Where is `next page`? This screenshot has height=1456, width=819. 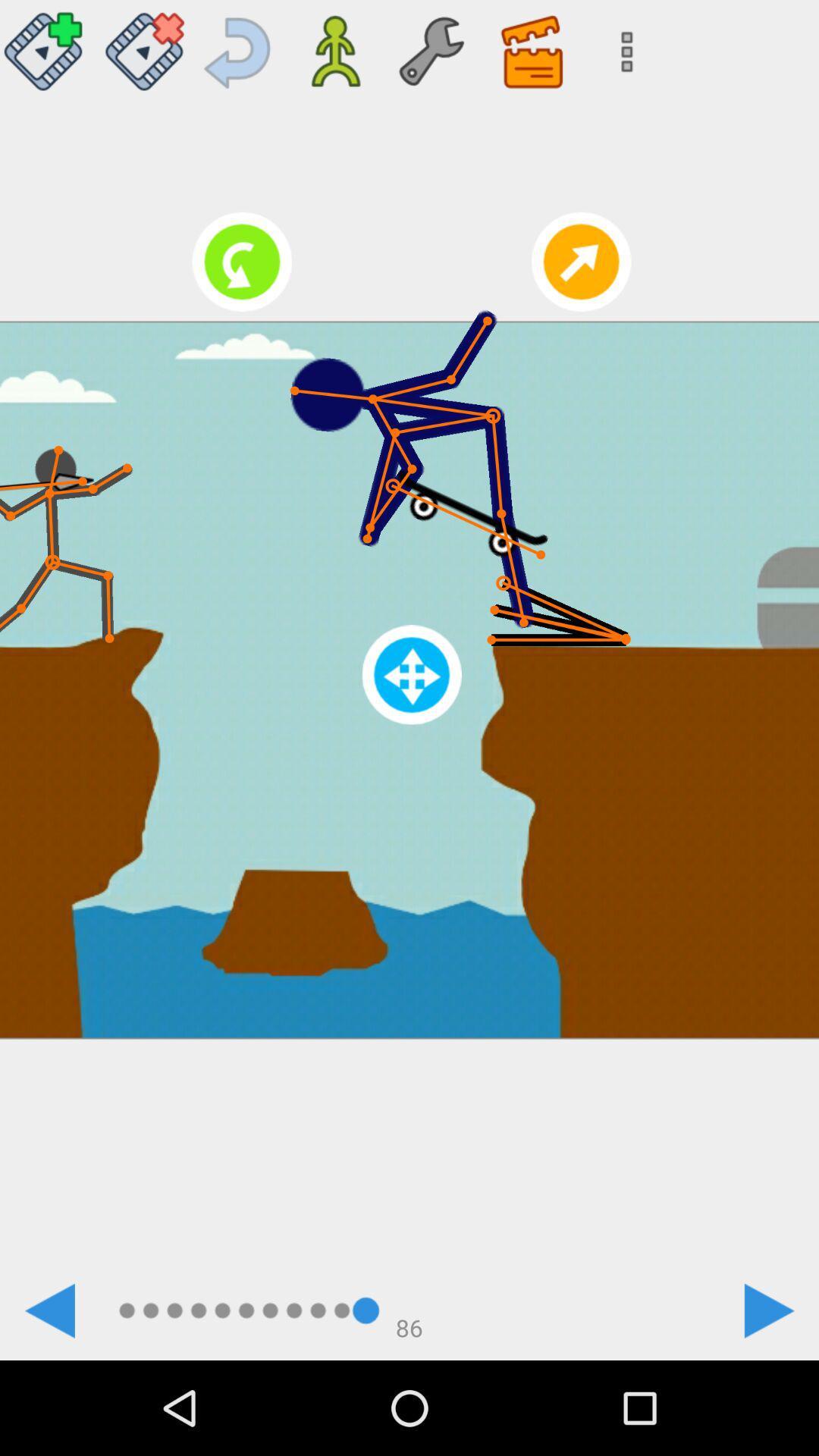
next page is located at coordinates (769, 1310).